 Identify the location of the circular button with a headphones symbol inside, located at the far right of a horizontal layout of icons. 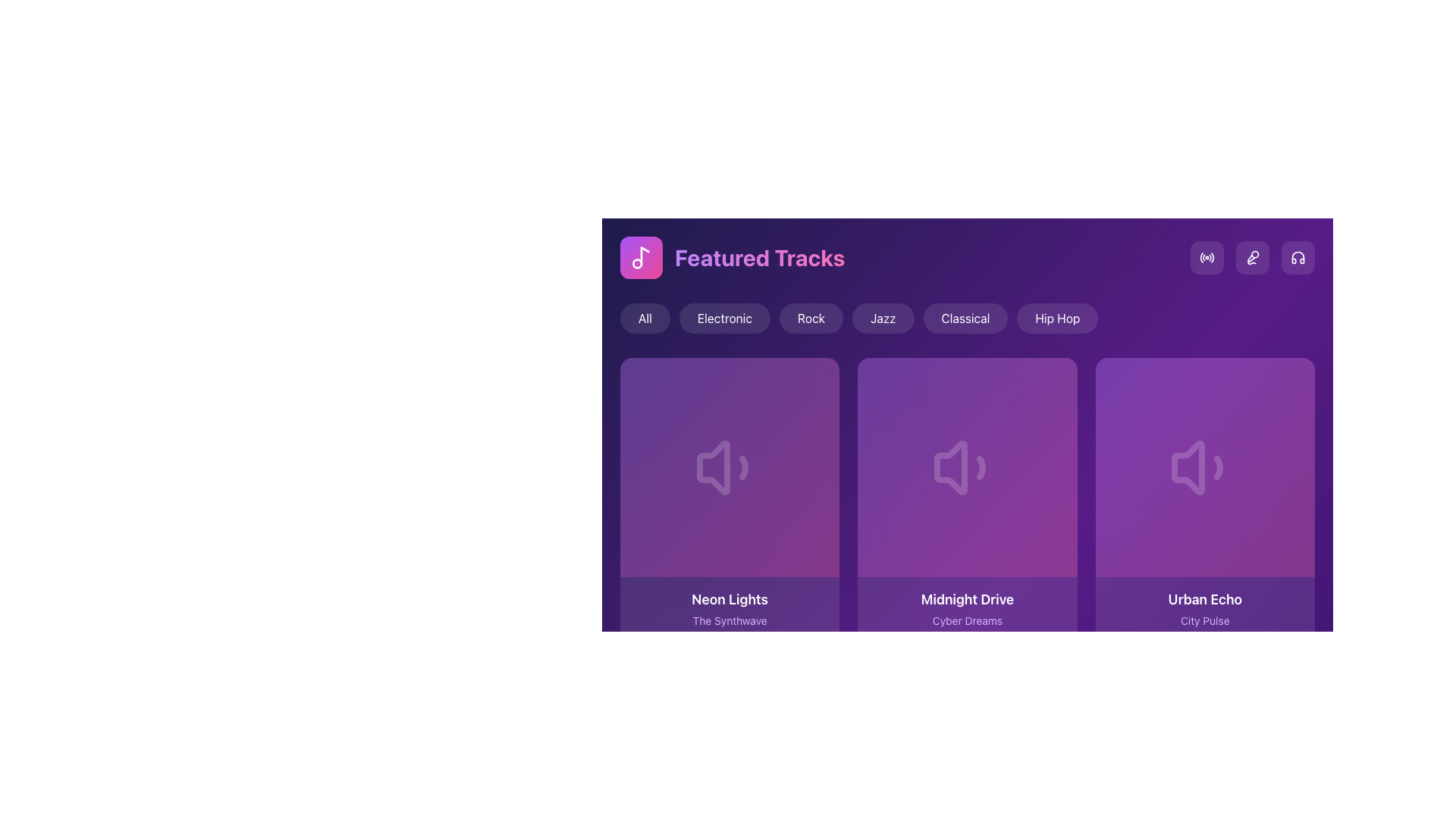
(1298, 256).